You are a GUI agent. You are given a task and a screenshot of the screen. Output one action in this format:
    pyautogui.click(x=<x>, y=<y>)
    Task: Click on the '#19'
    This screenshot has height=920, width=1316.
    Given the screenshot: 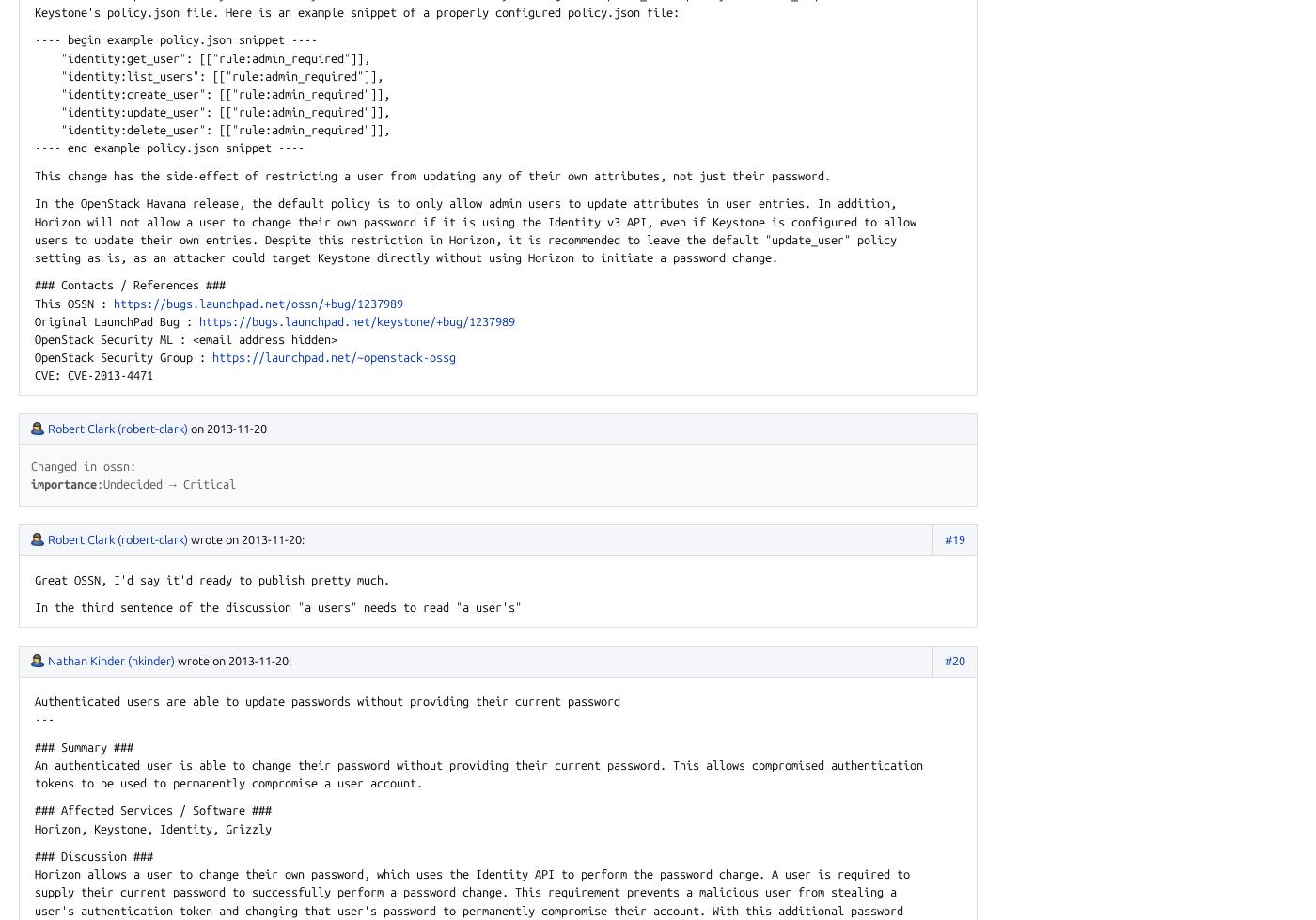 What is the action you would take?
    pyautogui.click(x=954, y=538)
    